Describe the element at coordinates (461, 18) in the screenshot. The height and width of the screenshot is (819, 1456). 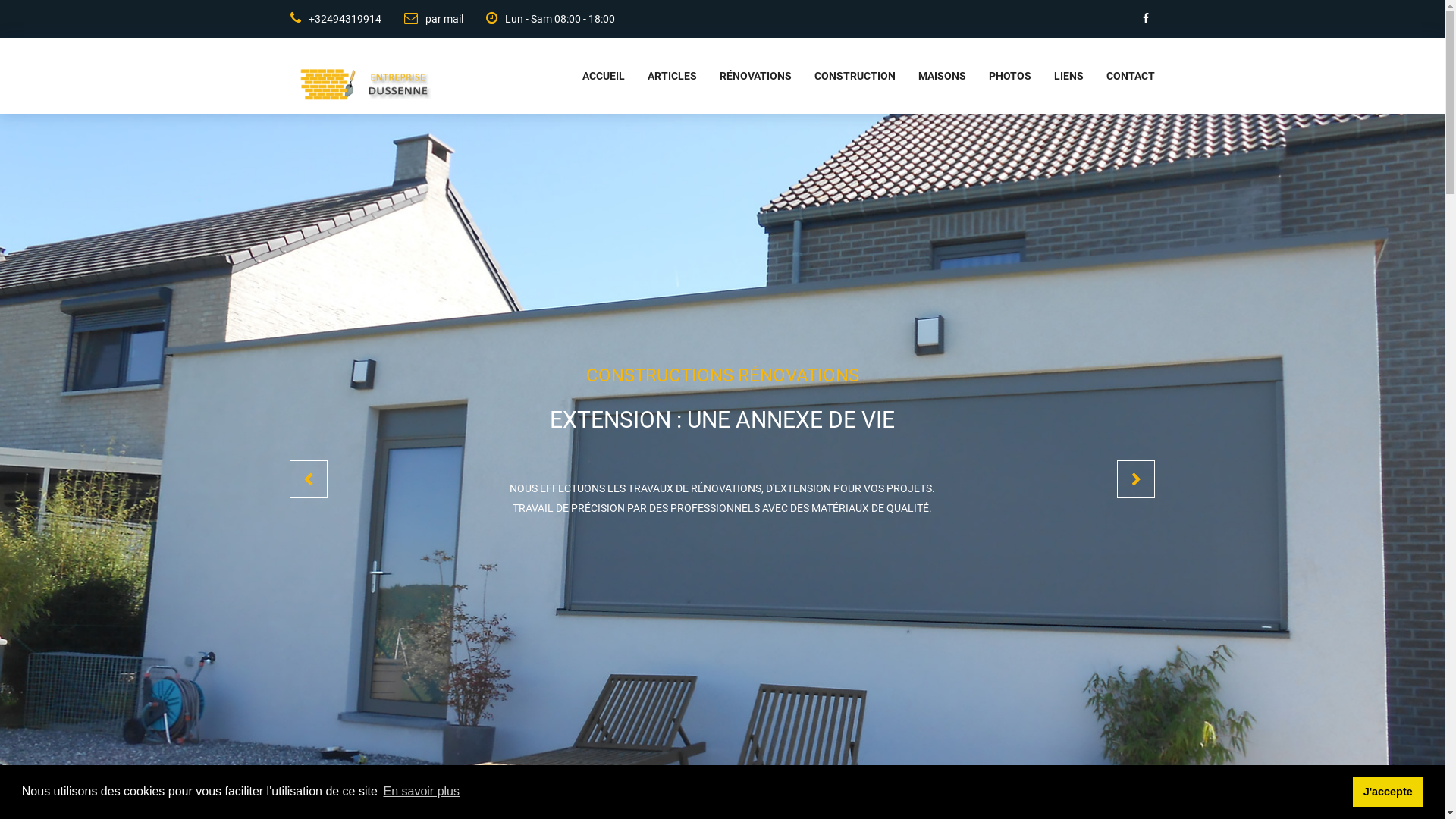
I see `'Lun - Sam 08:00 - 18:00'` at that location.